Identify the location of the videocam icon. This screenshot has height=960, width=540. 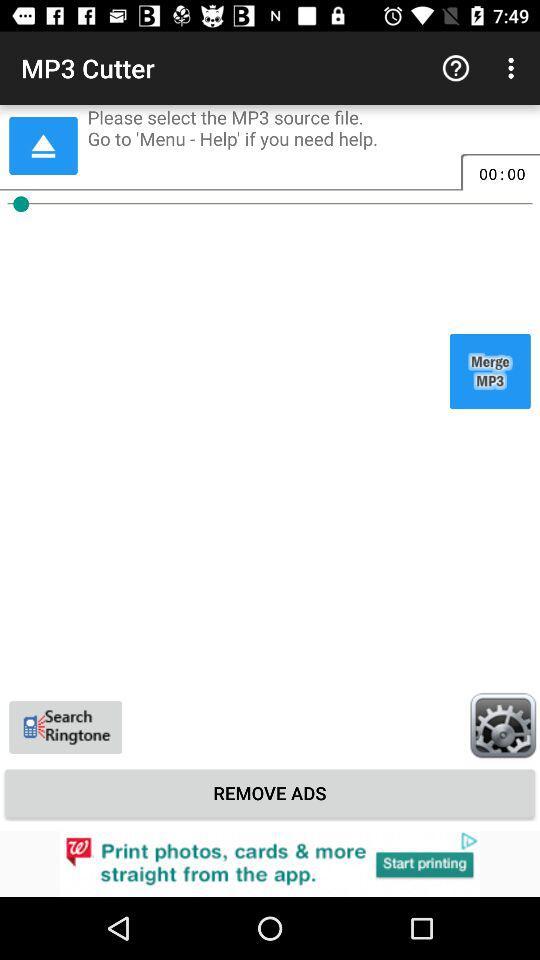
(65, 726).